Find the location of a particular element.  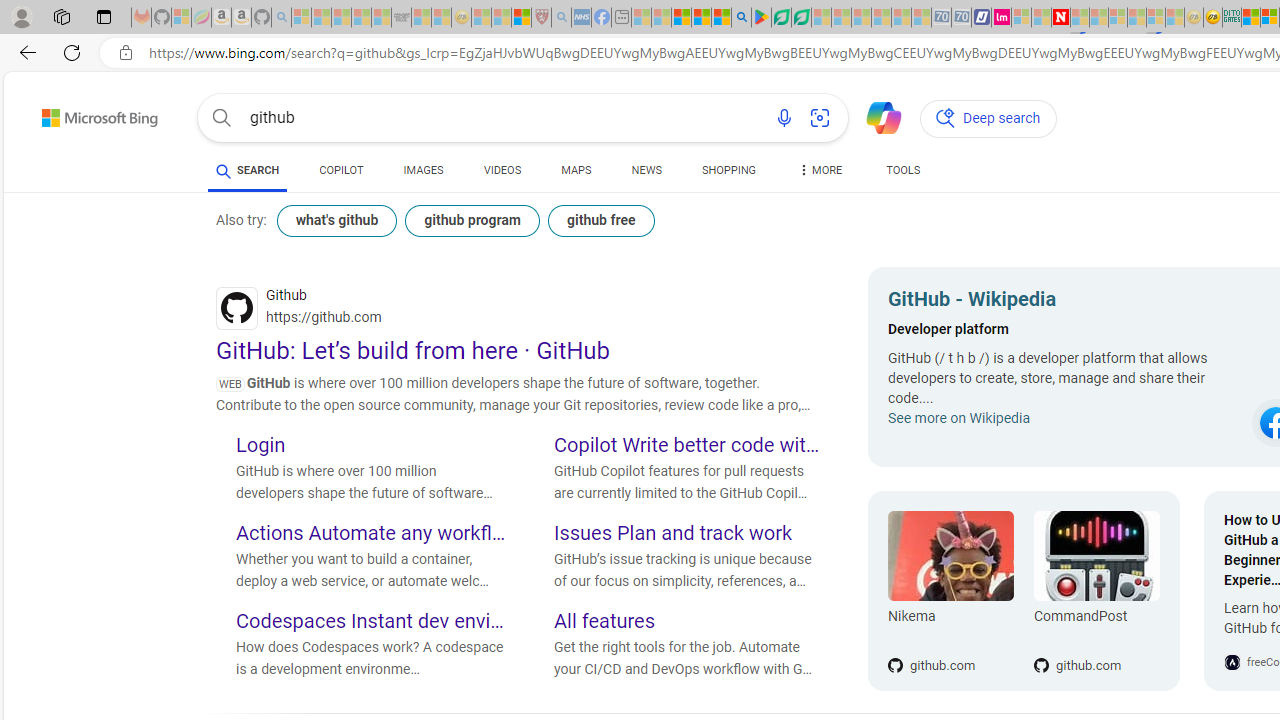

'SHOPPING' is located at coordinates (727, 172).